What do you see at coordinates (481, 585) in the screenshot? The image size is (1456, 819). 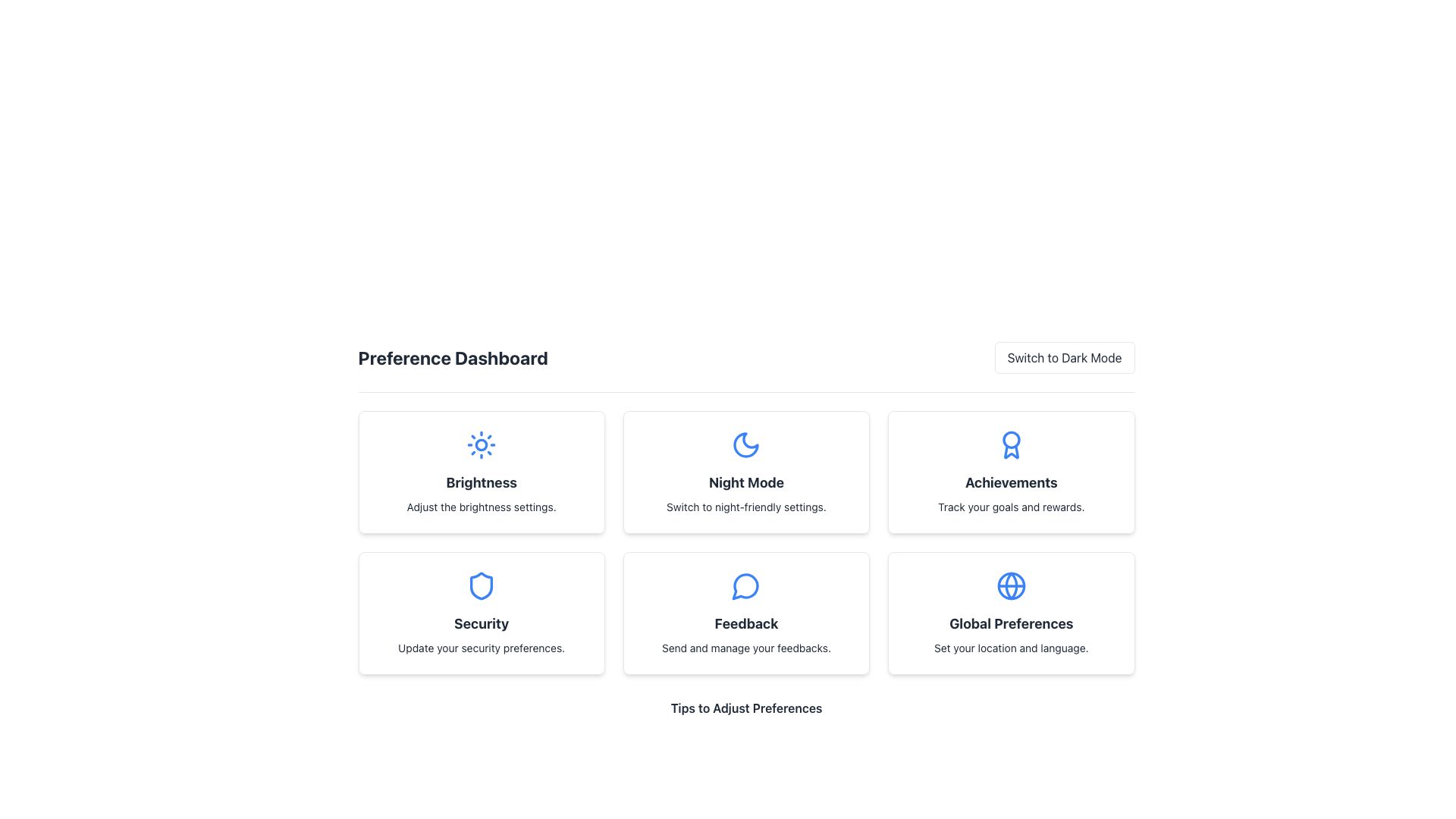 I see `the shield icon representing the 'Security' section located at the center-upper part of the card labeled 'Security'` at bounding box center [481, 585].